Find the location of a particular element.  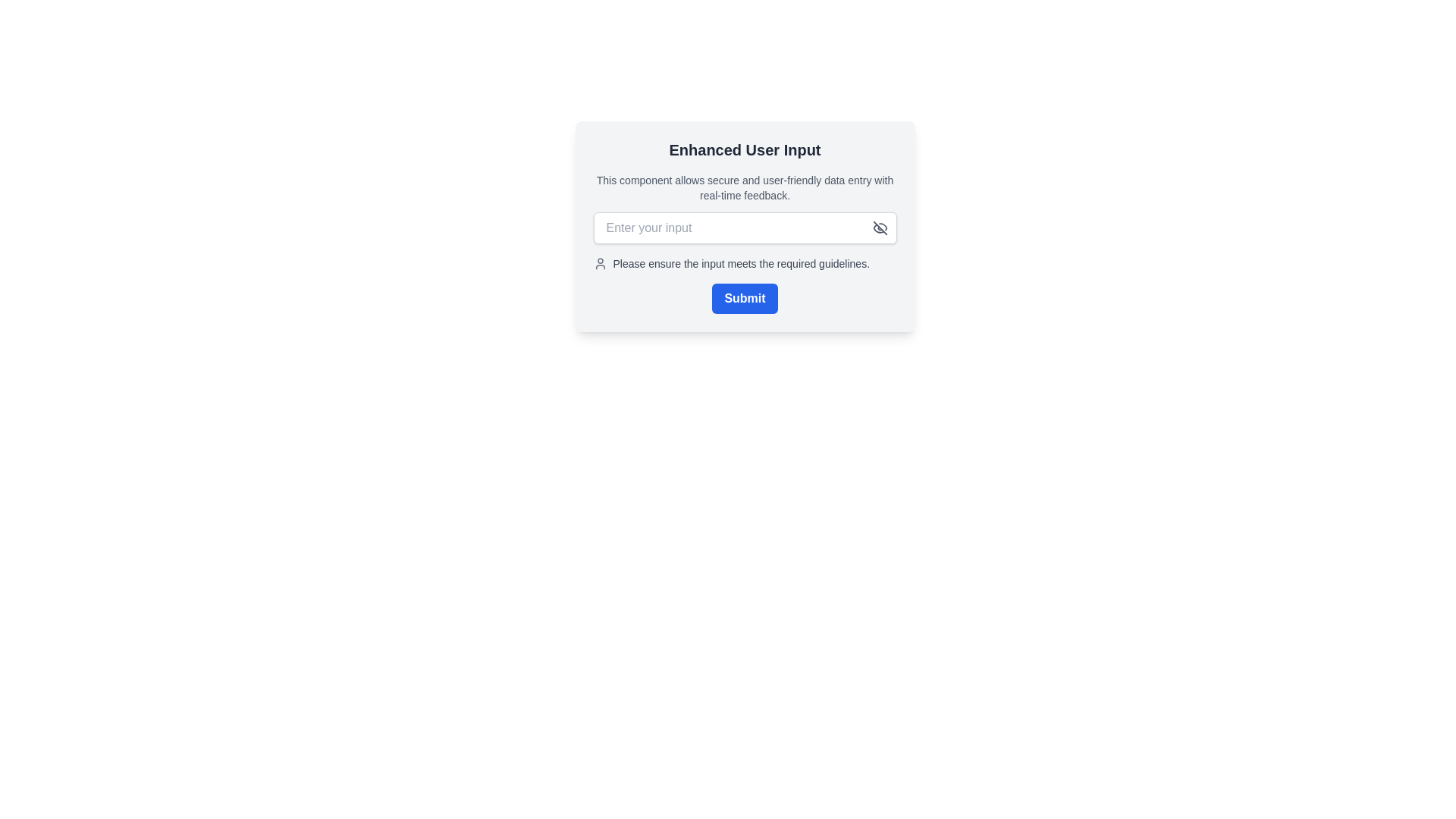

the informational text that reads 'This component allows secure and user-friendly data entry with real-time feedback.' which is styled with a small font size and gray color, located beneath the heading 'Enhanced User Input.' is located at coordinates (745, 187).